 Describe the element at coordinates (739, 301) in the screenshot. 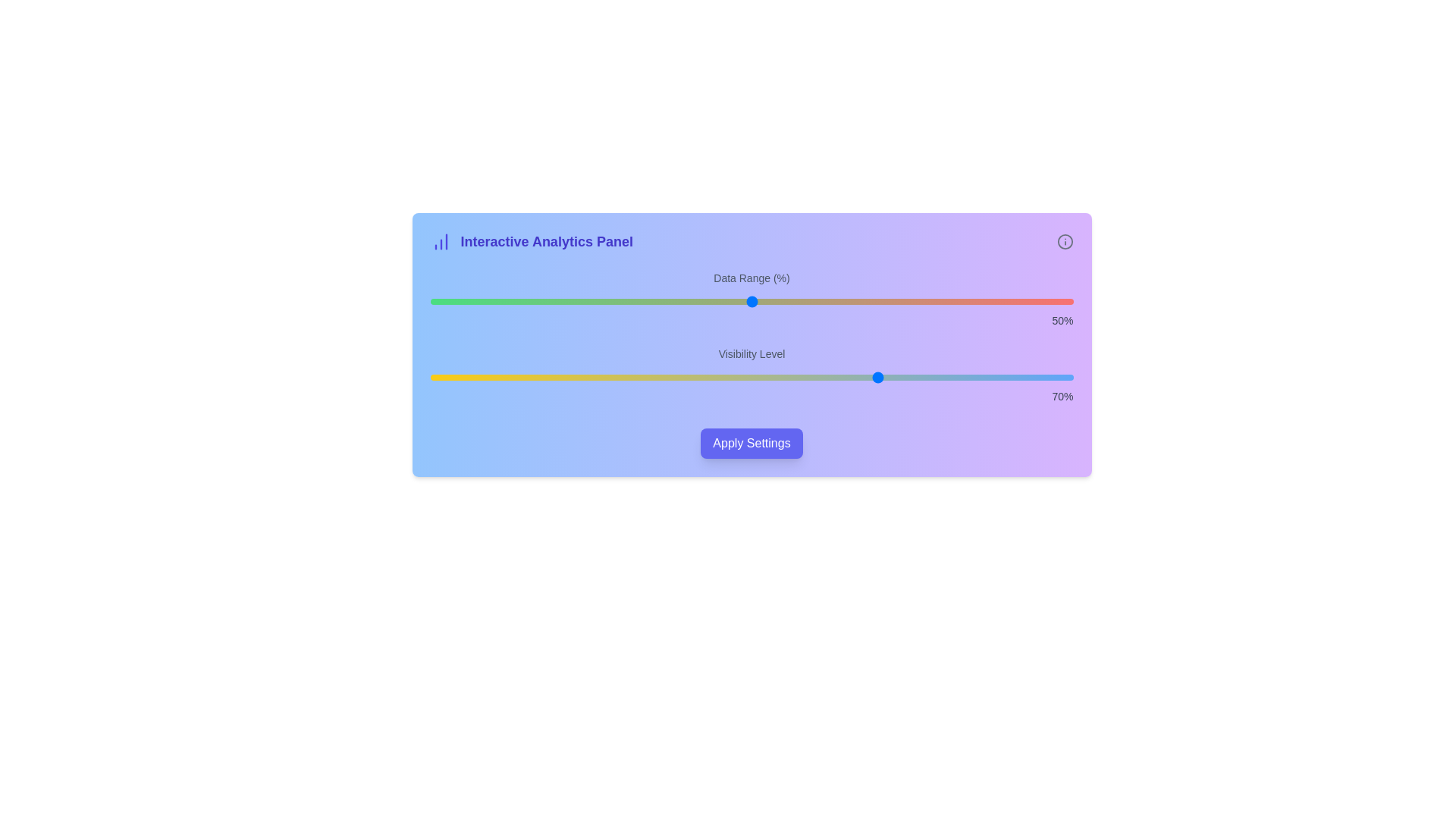

I see `the 'Data Range (%)' slider to 48% value` at that location.